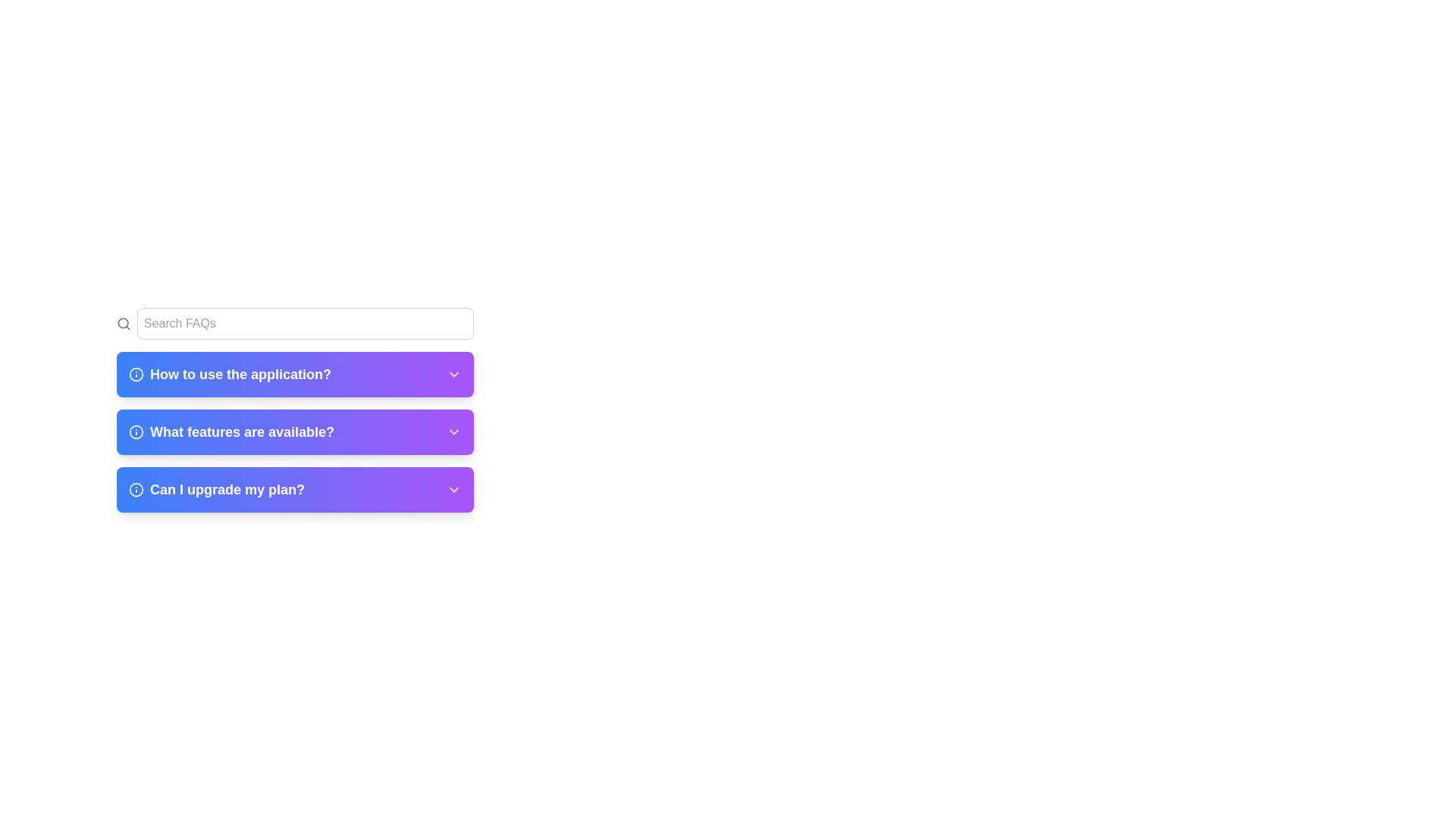  Describe the element at coordinates (136, 374) in the screenshot. I see `the small circular information icon, which has a blue outline and is located to the left of the FAQ question 'How to use the application?'` at that location.